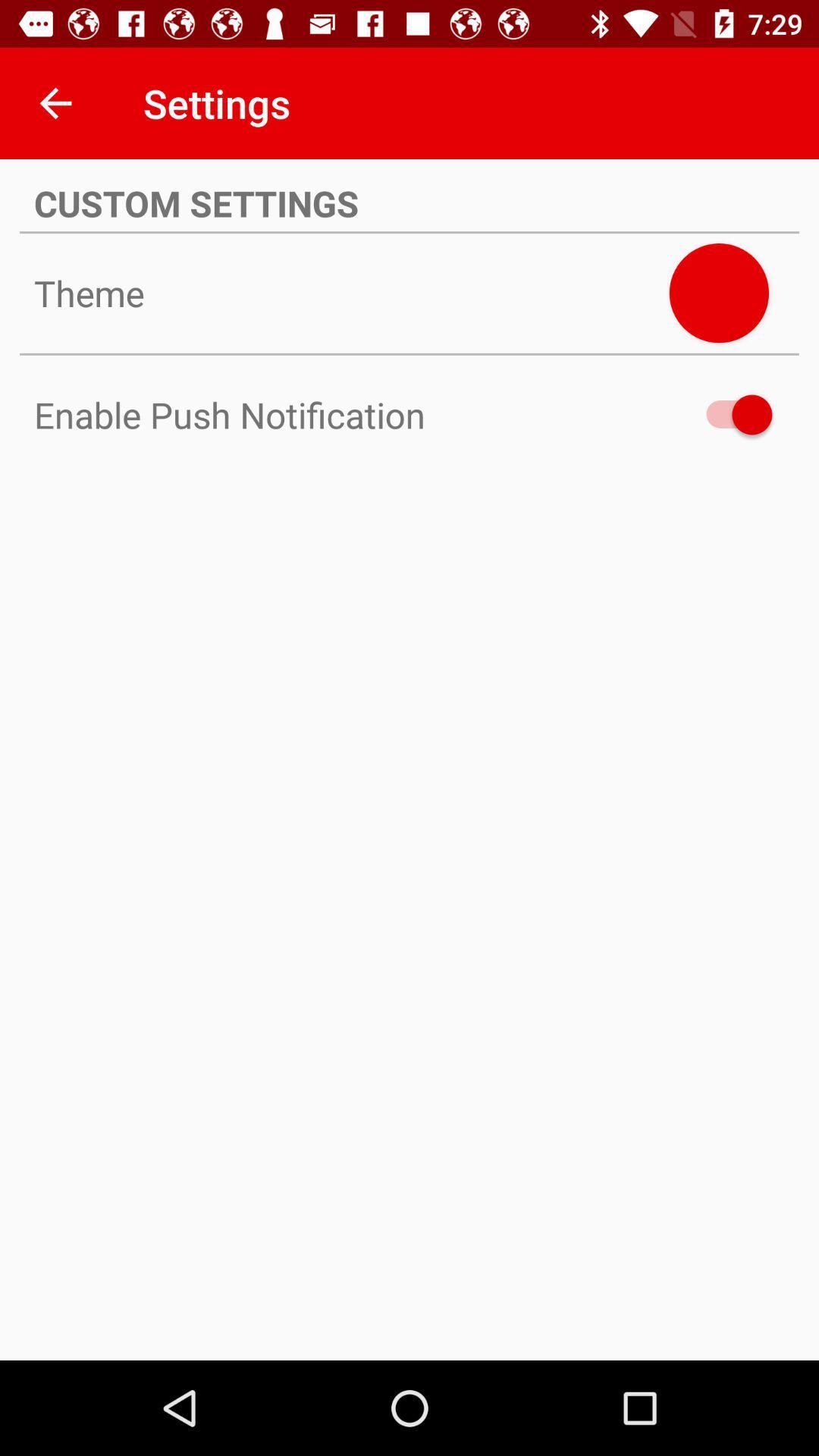 This screenshot has width=819, height=1456. I want to click on the icon next to enable push notification item, so click(731, 415).